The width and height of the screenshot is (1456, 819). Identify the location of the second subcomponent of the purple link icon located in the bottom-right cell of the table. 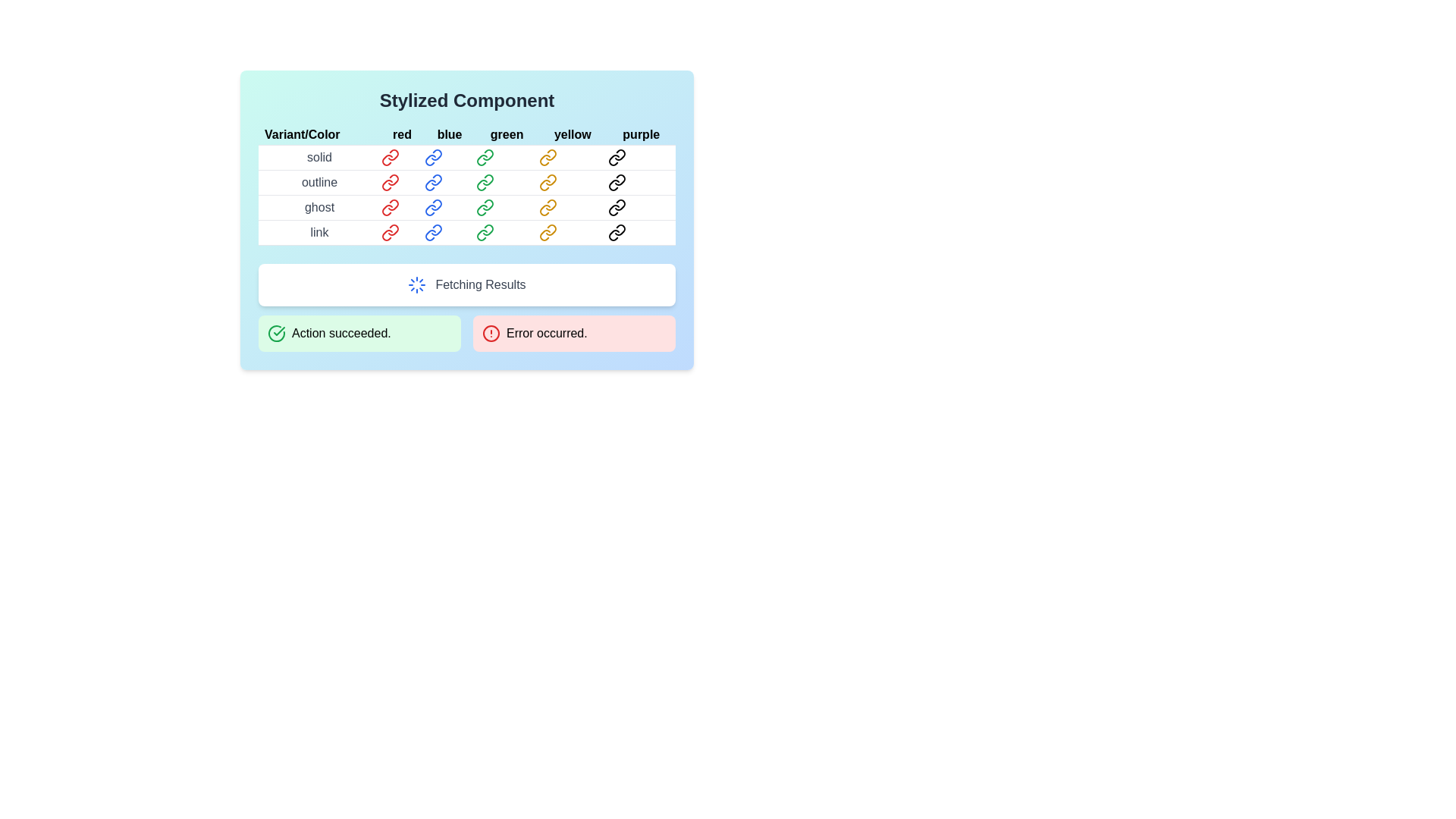
(613, 235).